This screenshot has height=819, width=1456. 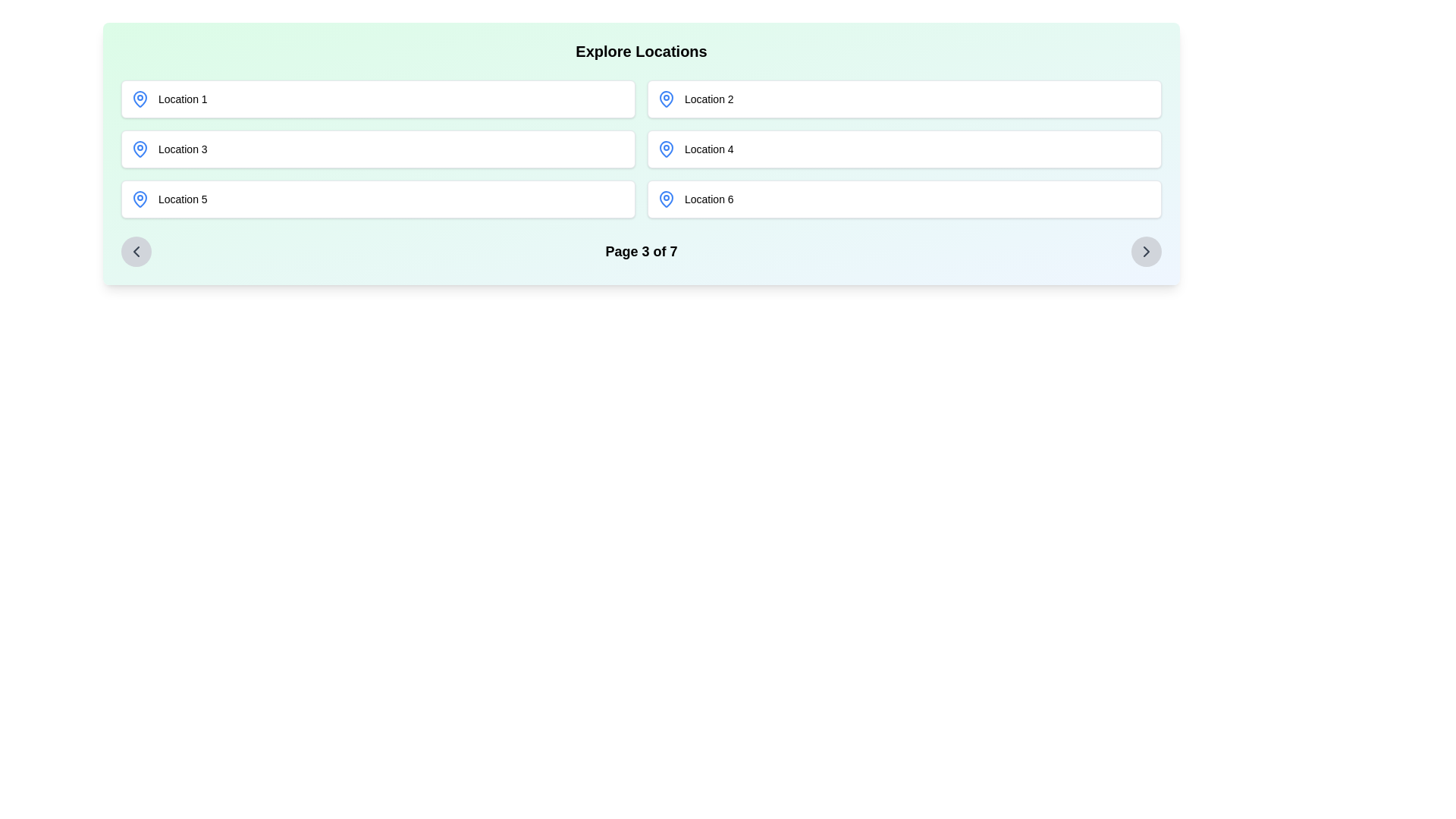 What do you see at coordinates (136, 250) in the screenshot?
I see `the leftward pointing arrow SVG icon embedded within the circular button in the bottom-left corner` at bounding box center [136, 250].